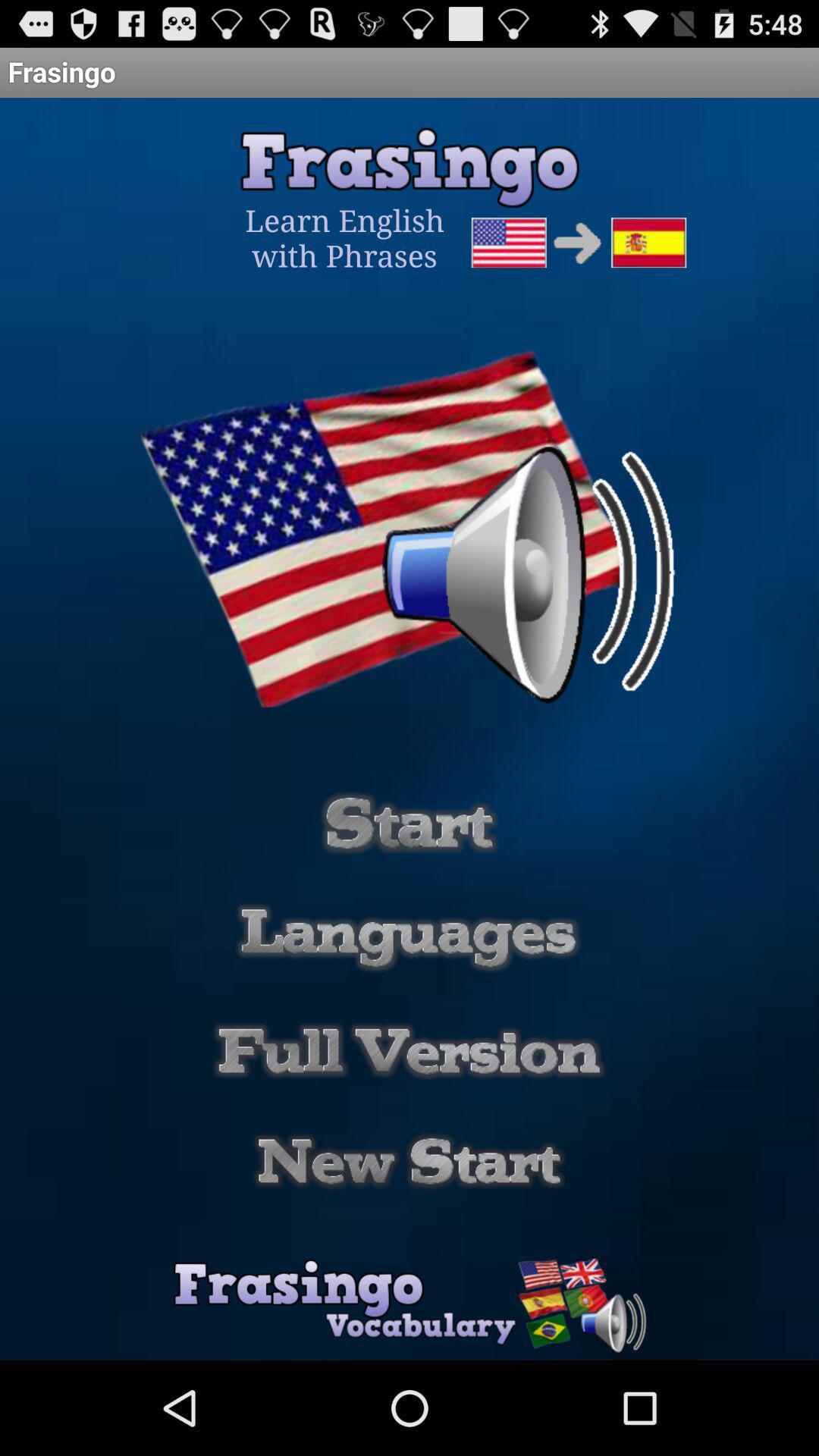 The image size is (819, 1456). I want to click on the image above start, so click(408, 539).